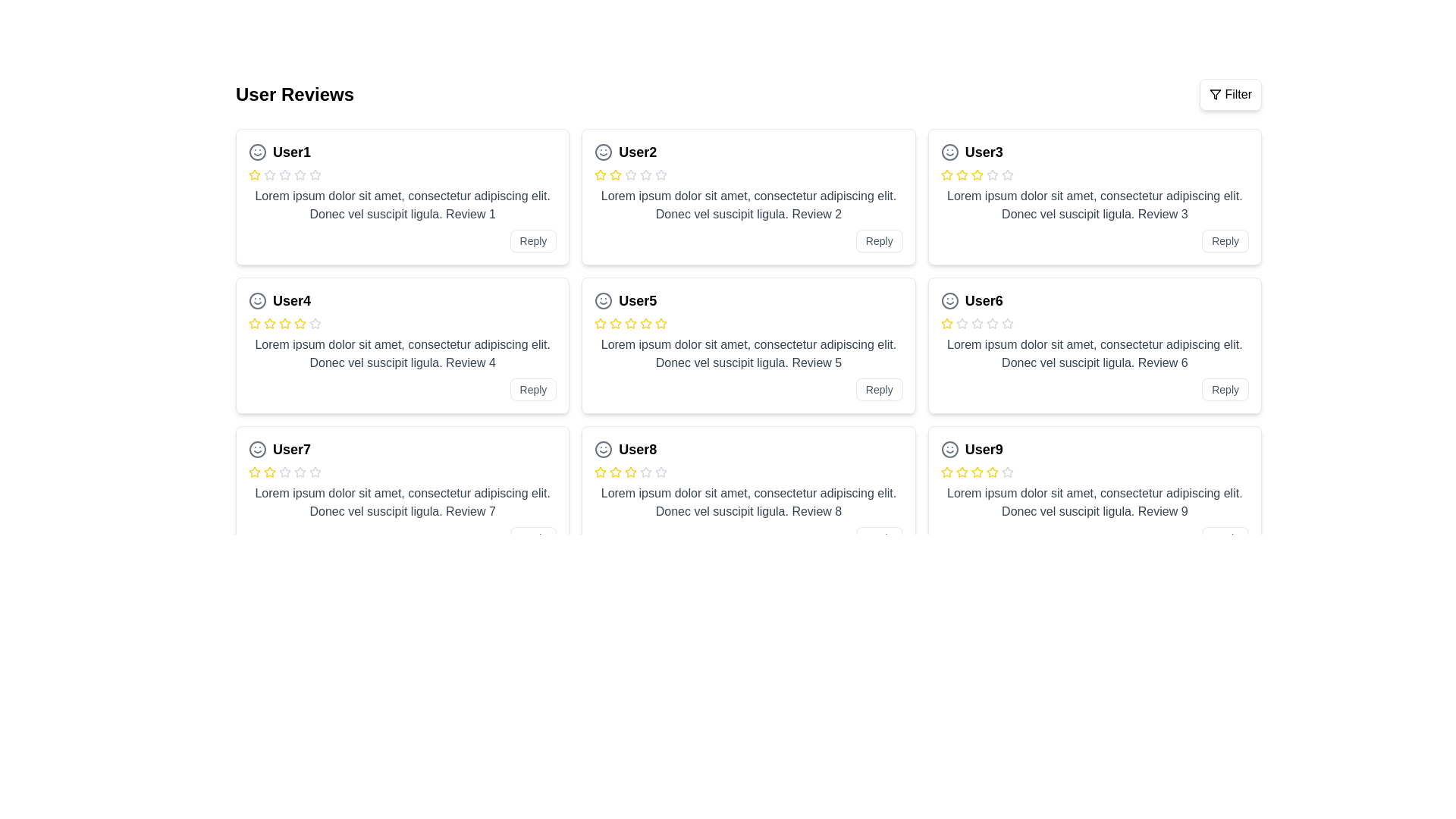 This screenshot has width=1456, height=819. What do you see at coordinates (269, 472) in the screenshot?
I see `the third yellow star icon with a hollow center and yellow borders in the review section for 'User7' to rate it` at bounding box center [269, 472].